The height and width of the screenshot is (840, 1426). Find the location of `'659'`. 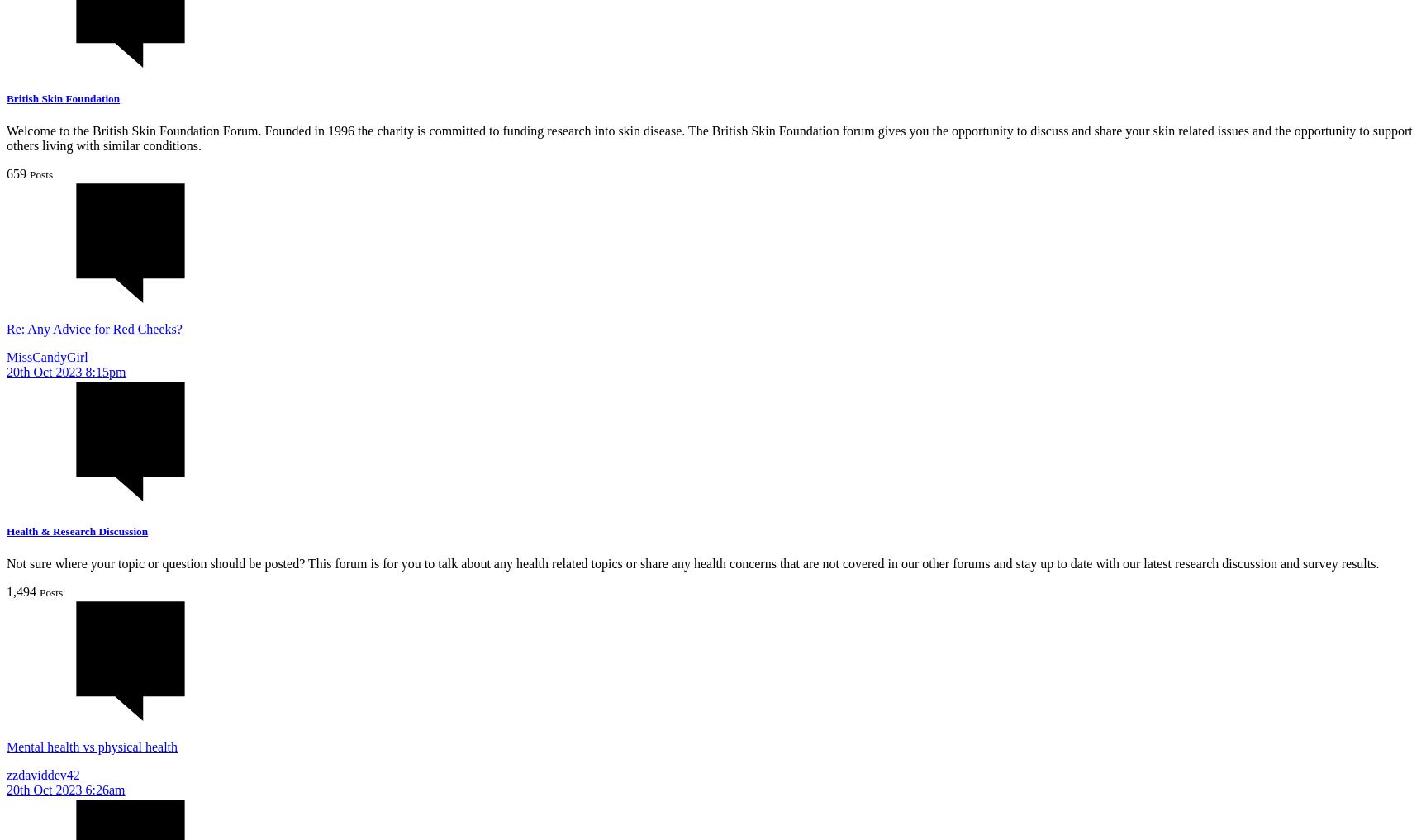

'659' is located at coordinates (17, 173).